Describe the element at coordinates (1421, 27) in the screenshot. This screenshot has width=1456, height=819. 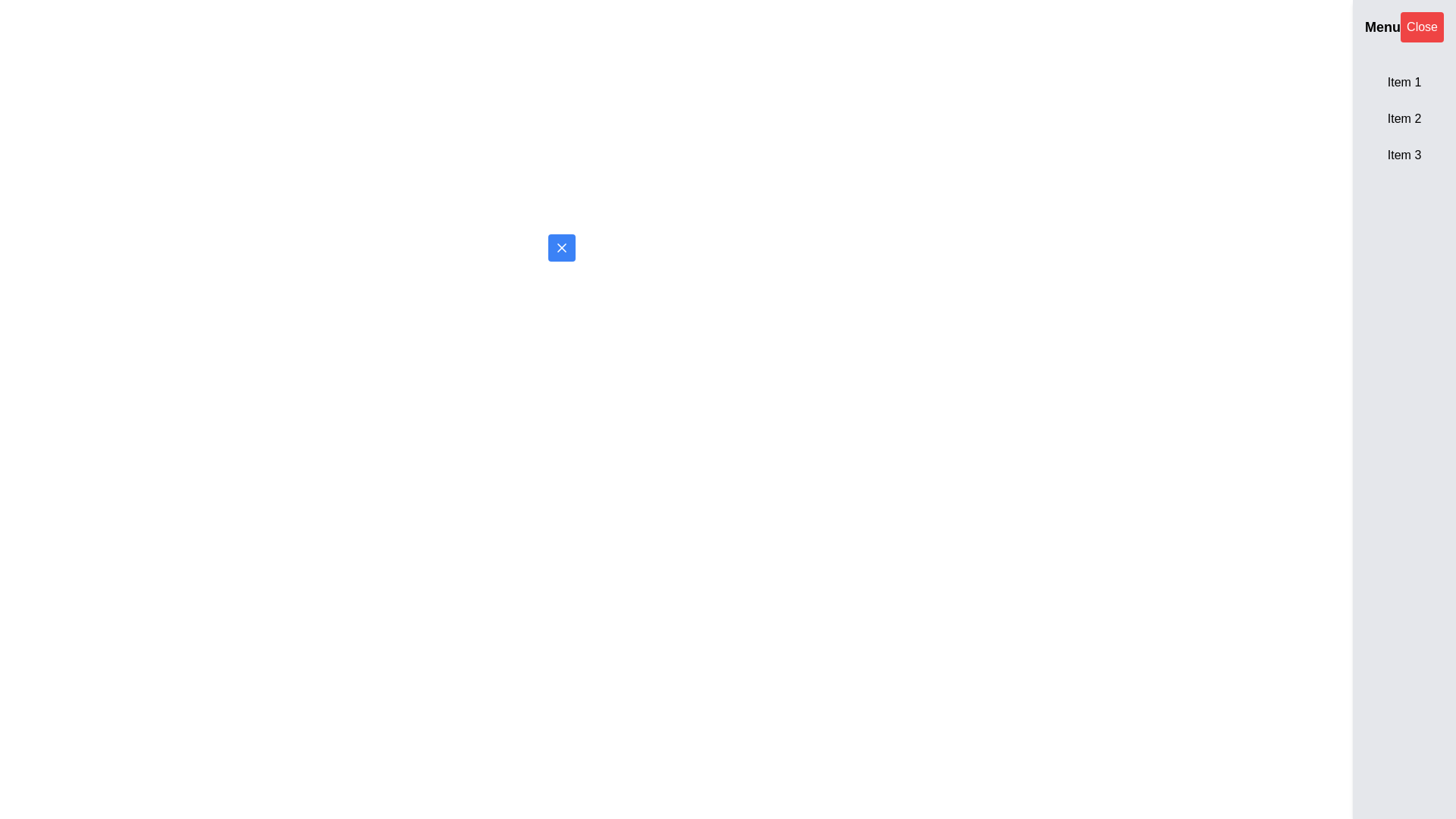
I see `the button located in the top-right corner of the interface, designed` at that location.